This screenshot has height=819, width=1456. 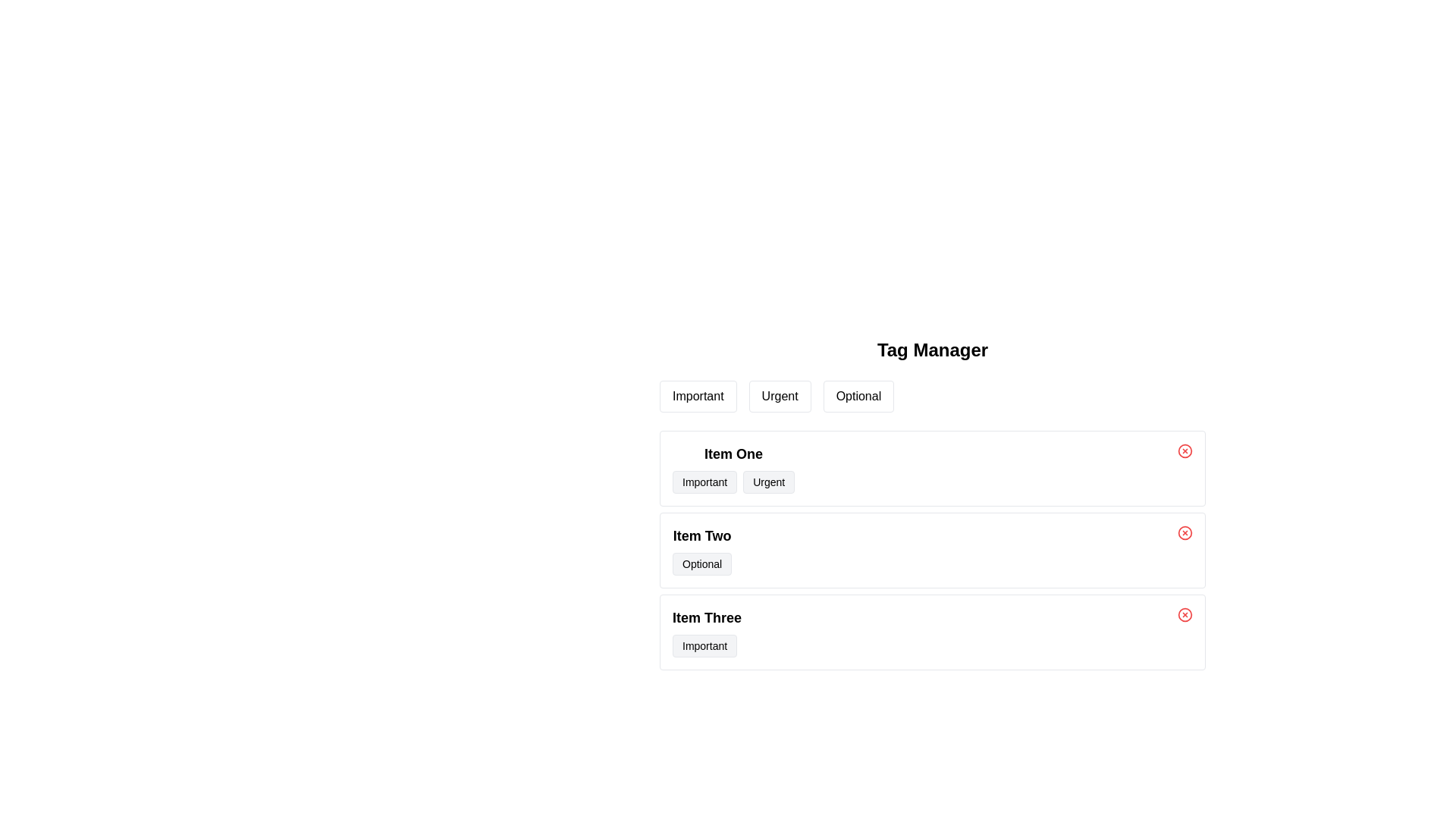 I want to click on the button-like label that categorizes or indicates the state of 'Item Two', so click(x=701, y=564).